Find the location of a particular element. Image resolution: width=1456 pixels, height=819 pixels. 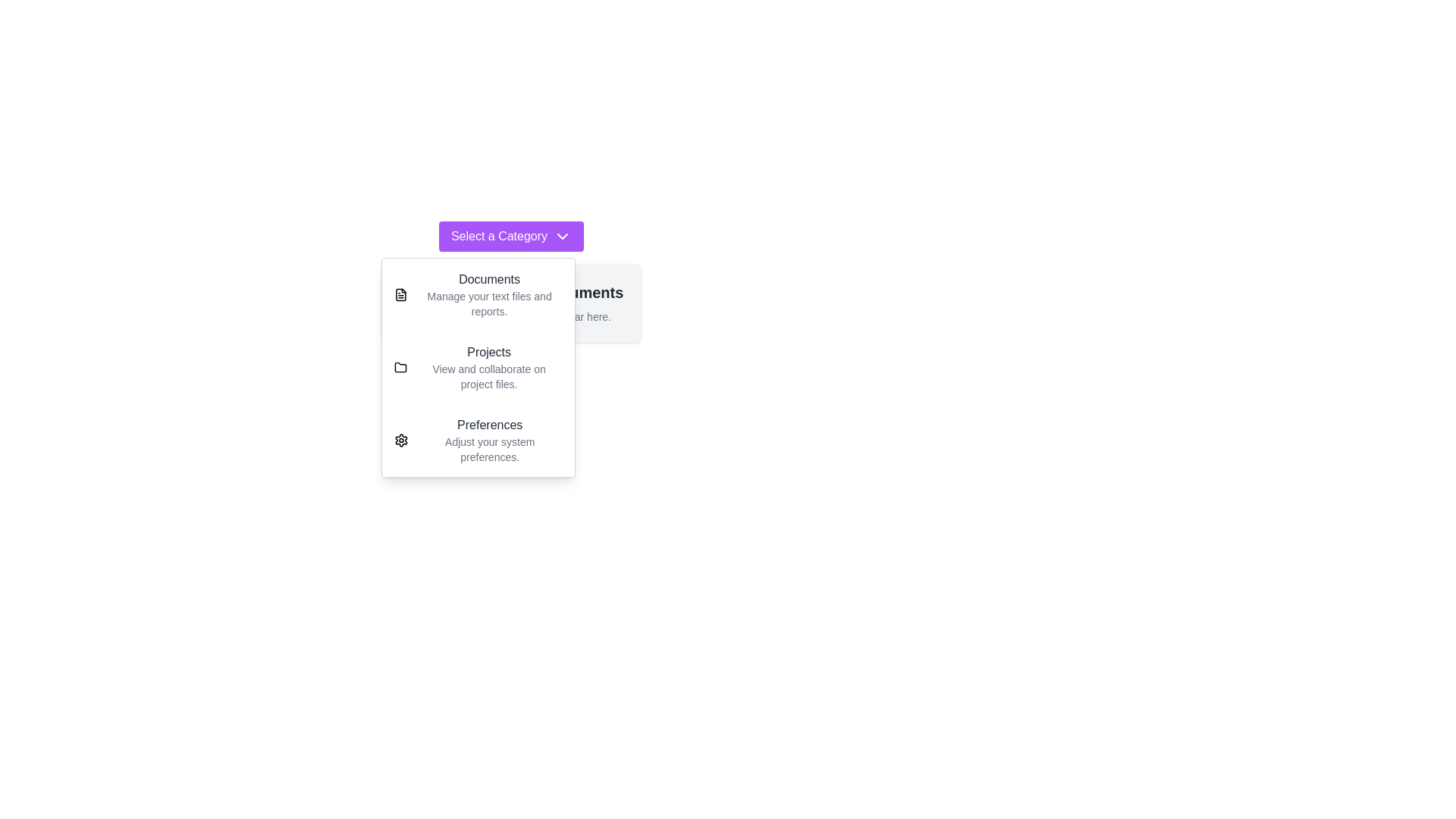

the category Preferences from the dropdown menu is located at coordinates (476, 441).